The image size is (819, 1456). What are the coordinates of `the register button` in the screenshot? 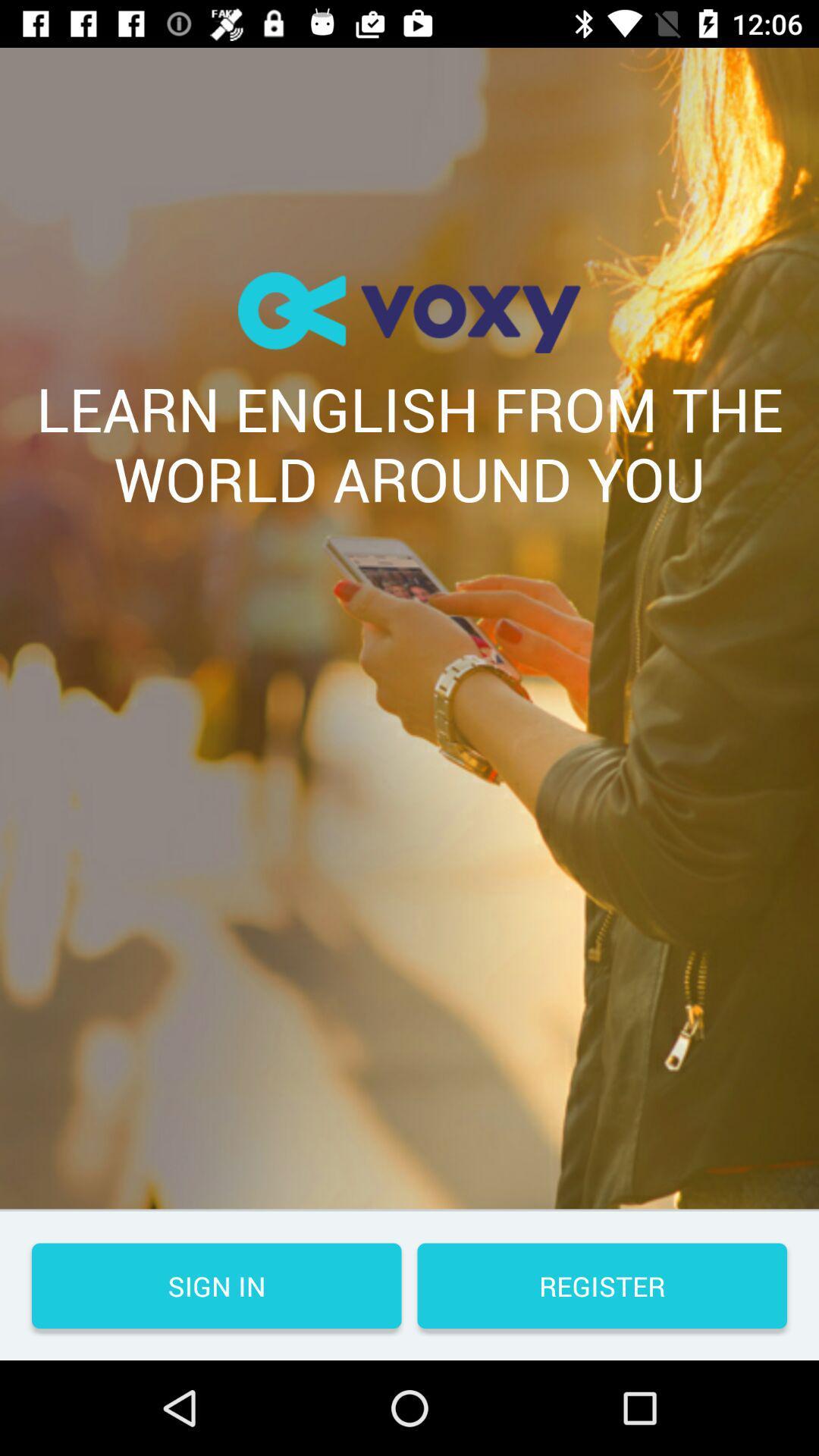 It's located at (601, 1285).